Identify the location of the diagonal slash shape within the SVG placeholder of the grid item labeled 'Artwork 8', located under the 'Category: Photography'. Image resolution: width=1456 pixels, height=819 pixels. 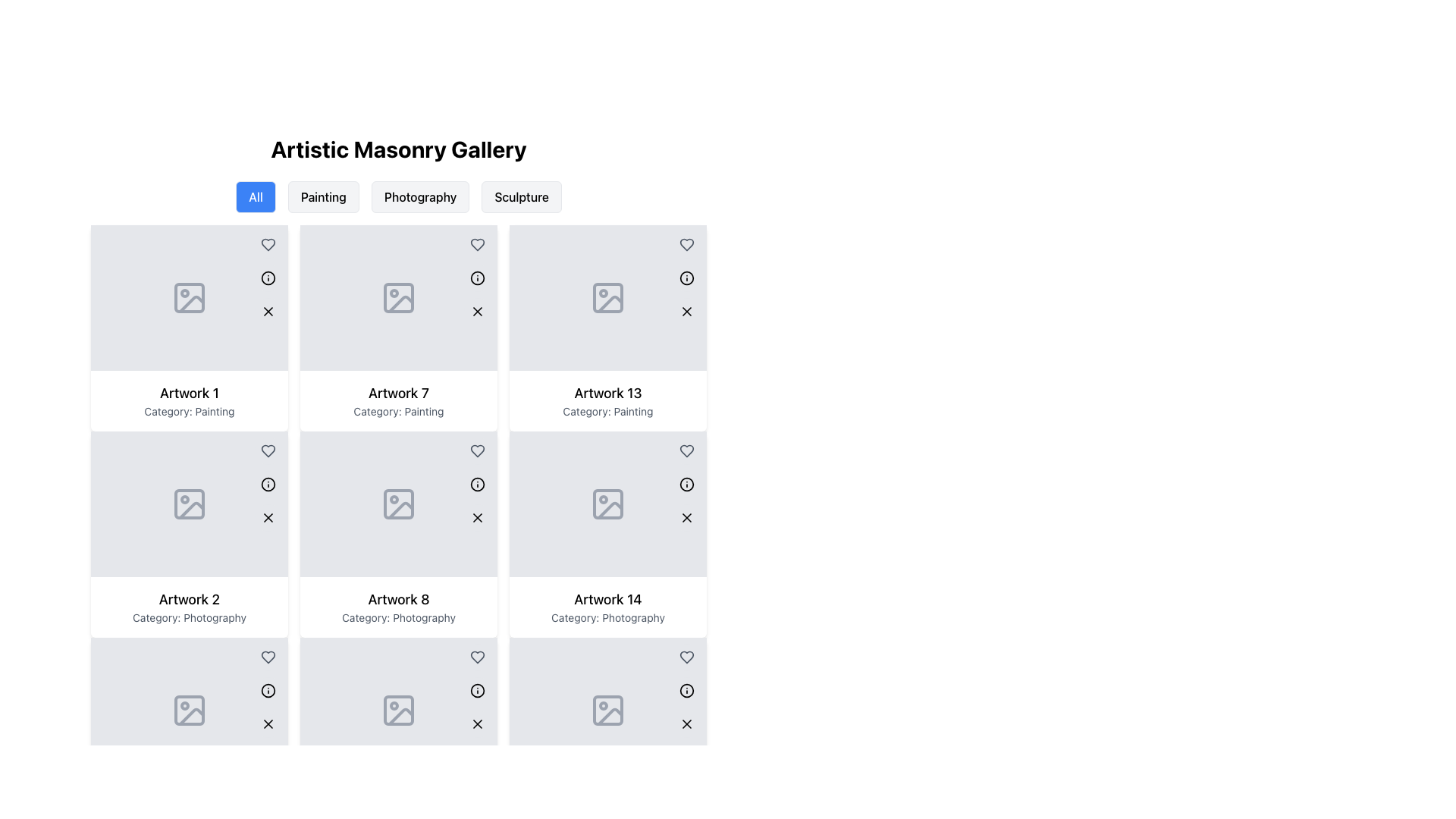
(400, 717).